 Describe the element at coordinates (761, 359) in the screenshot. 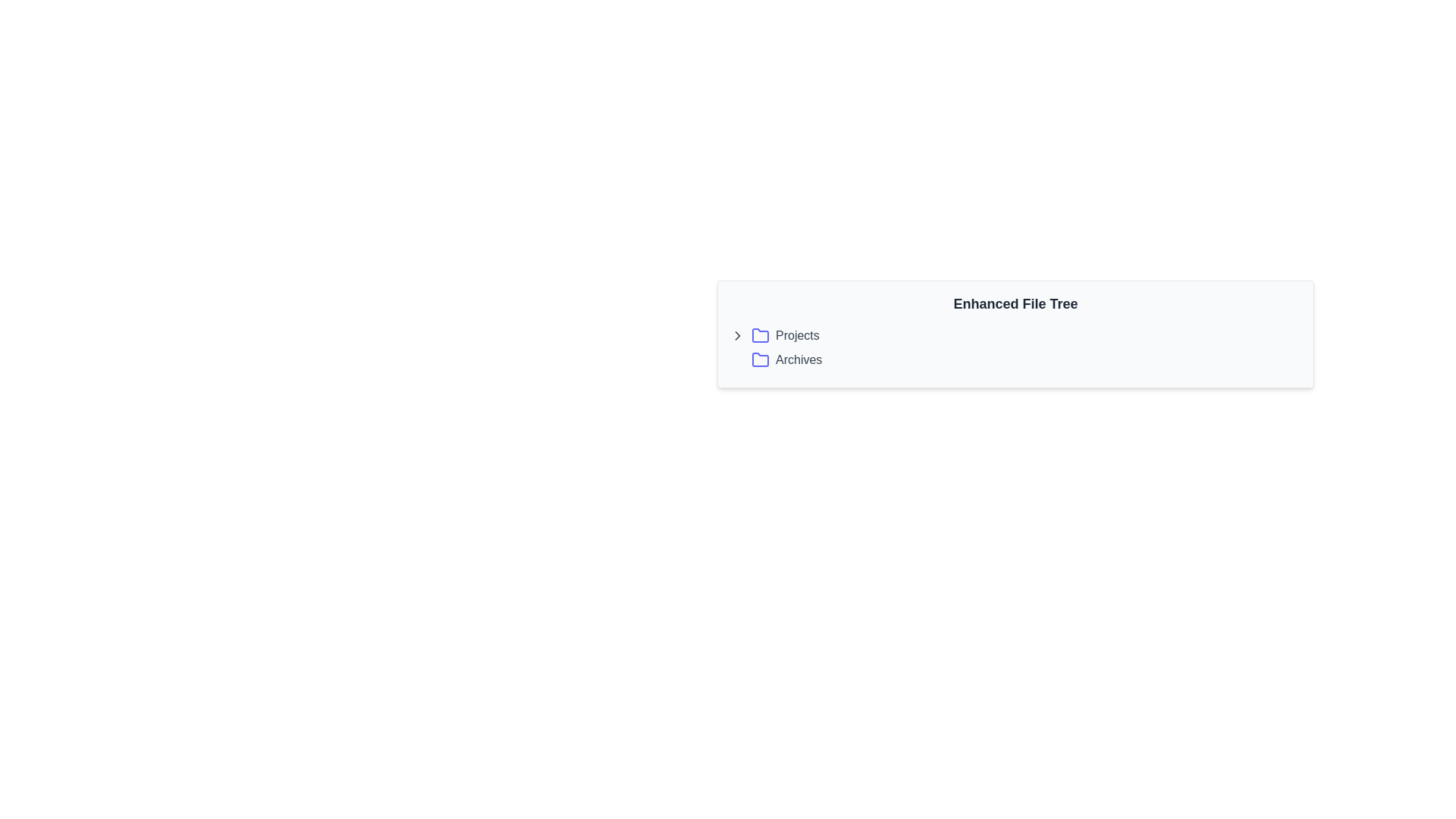

I see `the indigo folder icon located to the left of the text 'Archives' in the file tree interface` at that location.